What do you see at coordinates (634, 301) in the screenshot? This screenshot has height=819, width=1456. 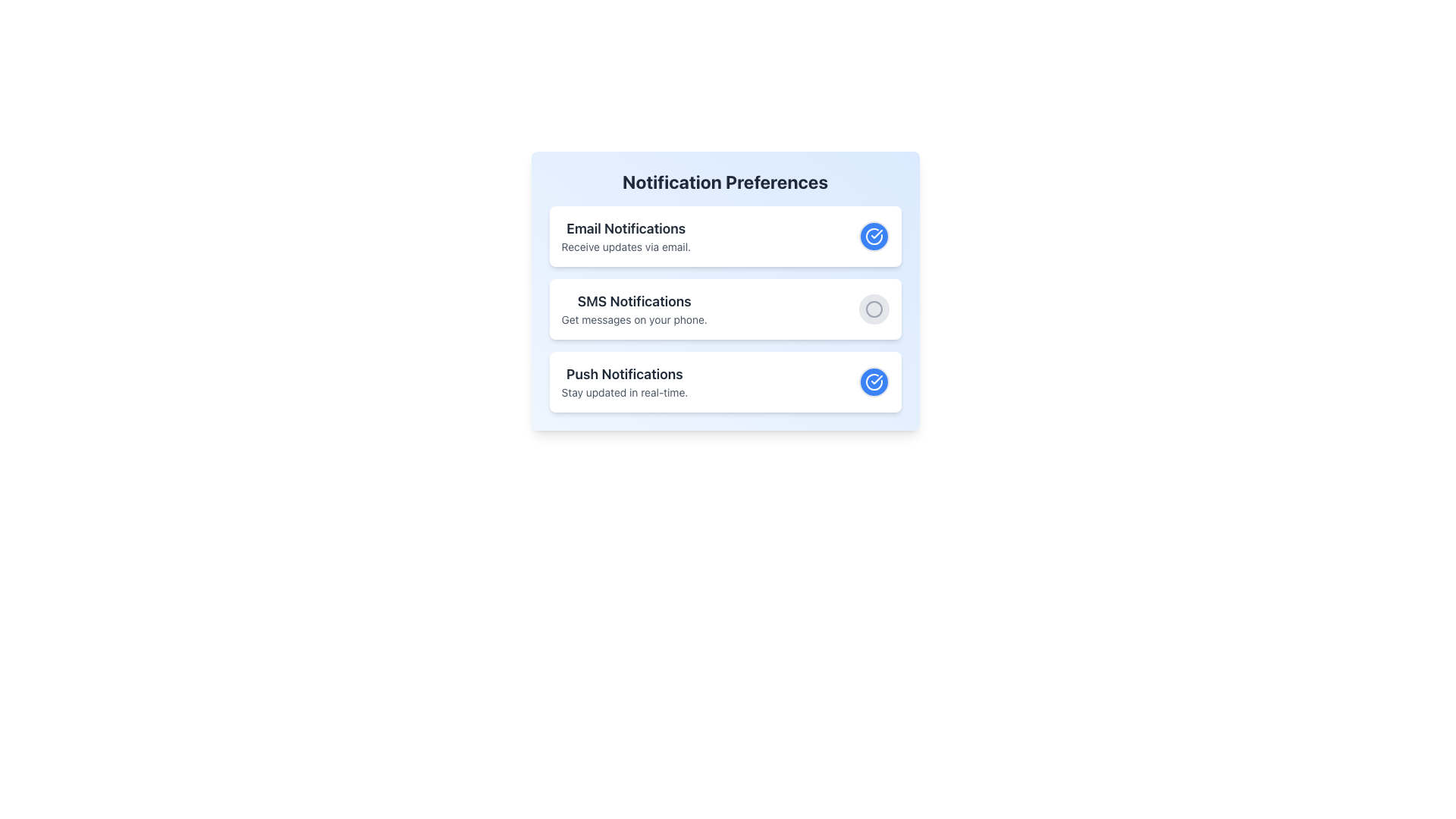 I see `text label displaying 'SMS Notifications', which is prominently positioned above the description 'Get messages on your phone' in the notification preferences section` at bounding box center [634, 301].